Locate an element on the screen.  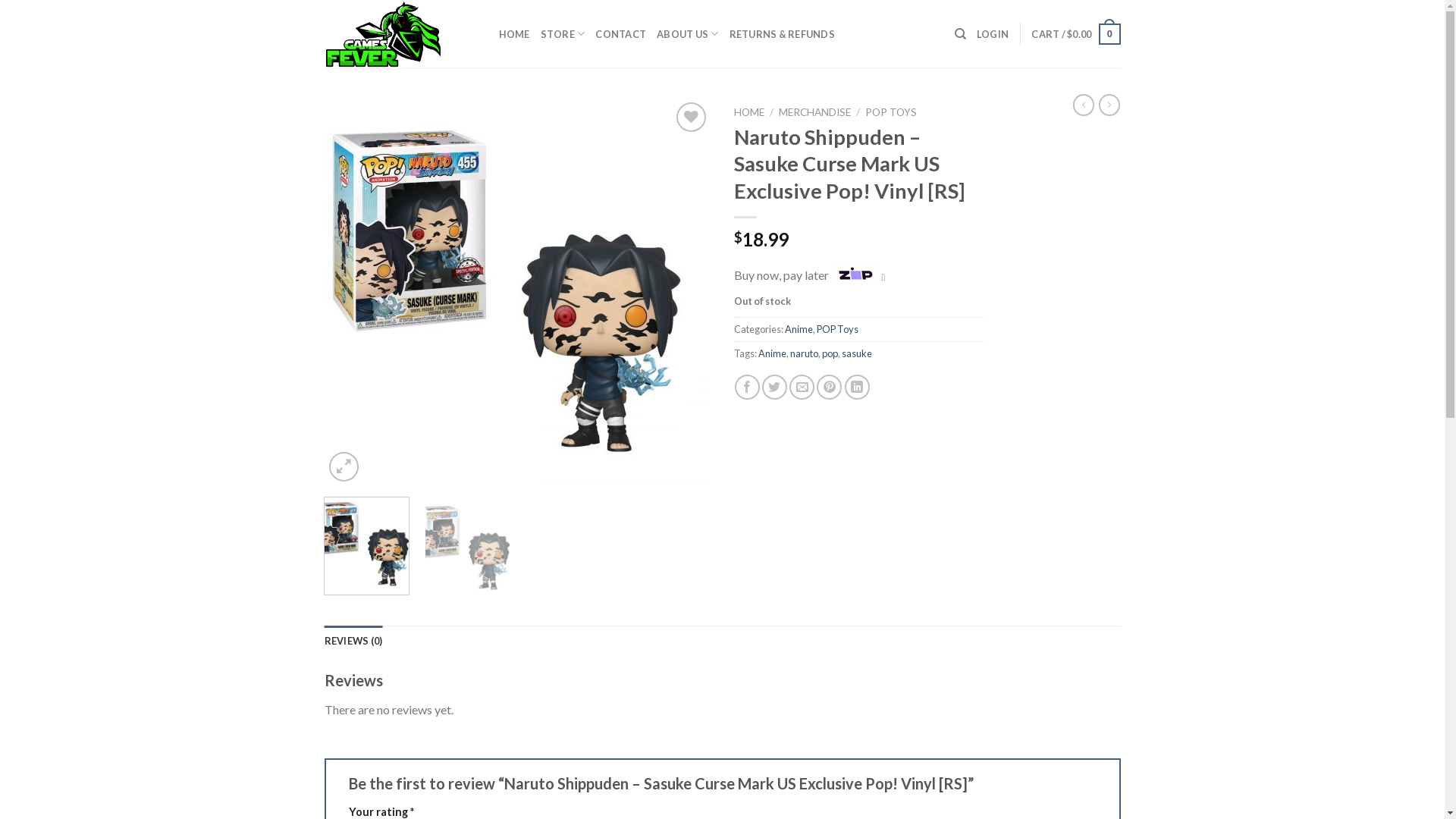
'Anime' is located at coordinates (797, 328).